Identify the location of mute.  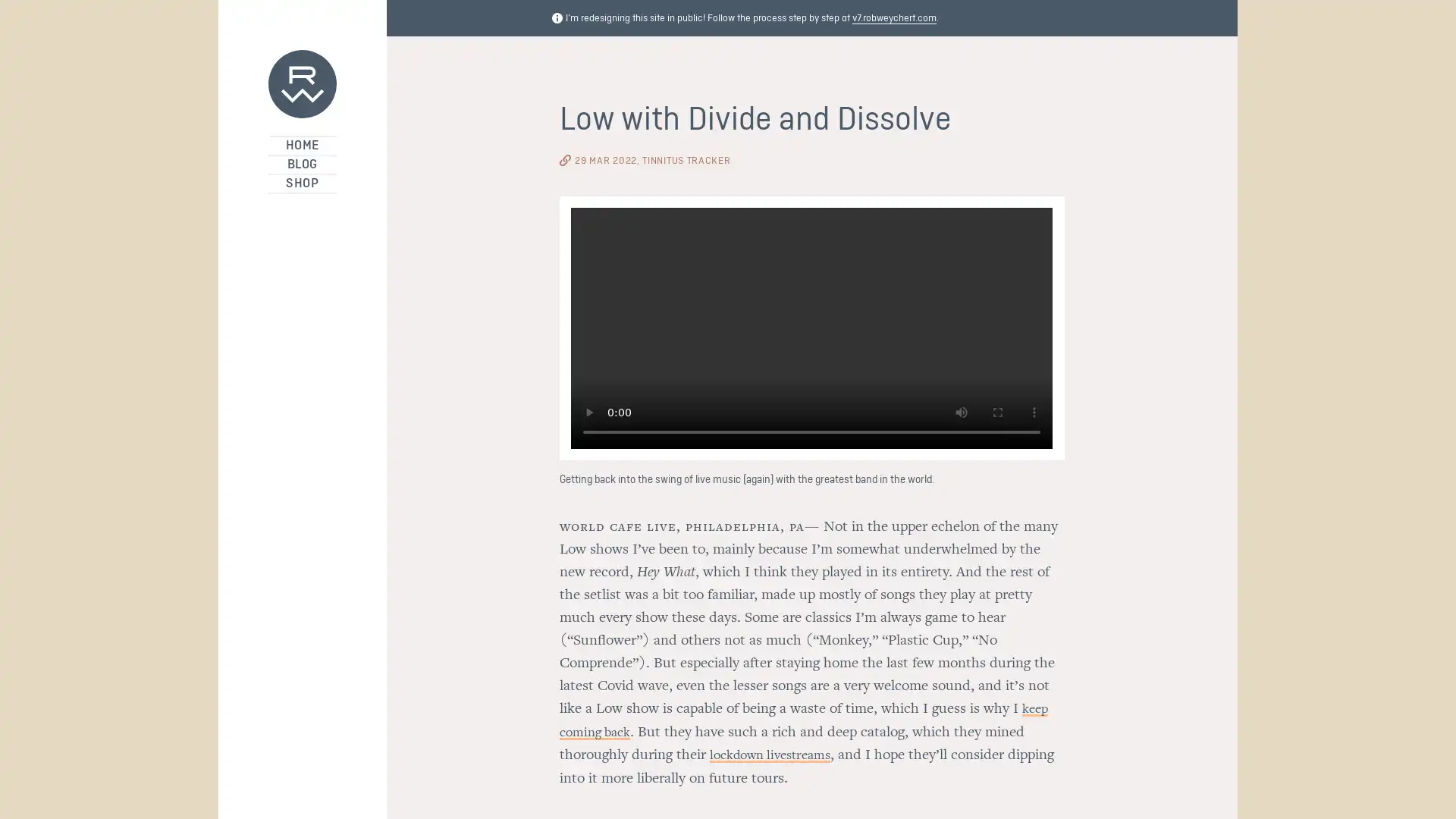
(960, 415).